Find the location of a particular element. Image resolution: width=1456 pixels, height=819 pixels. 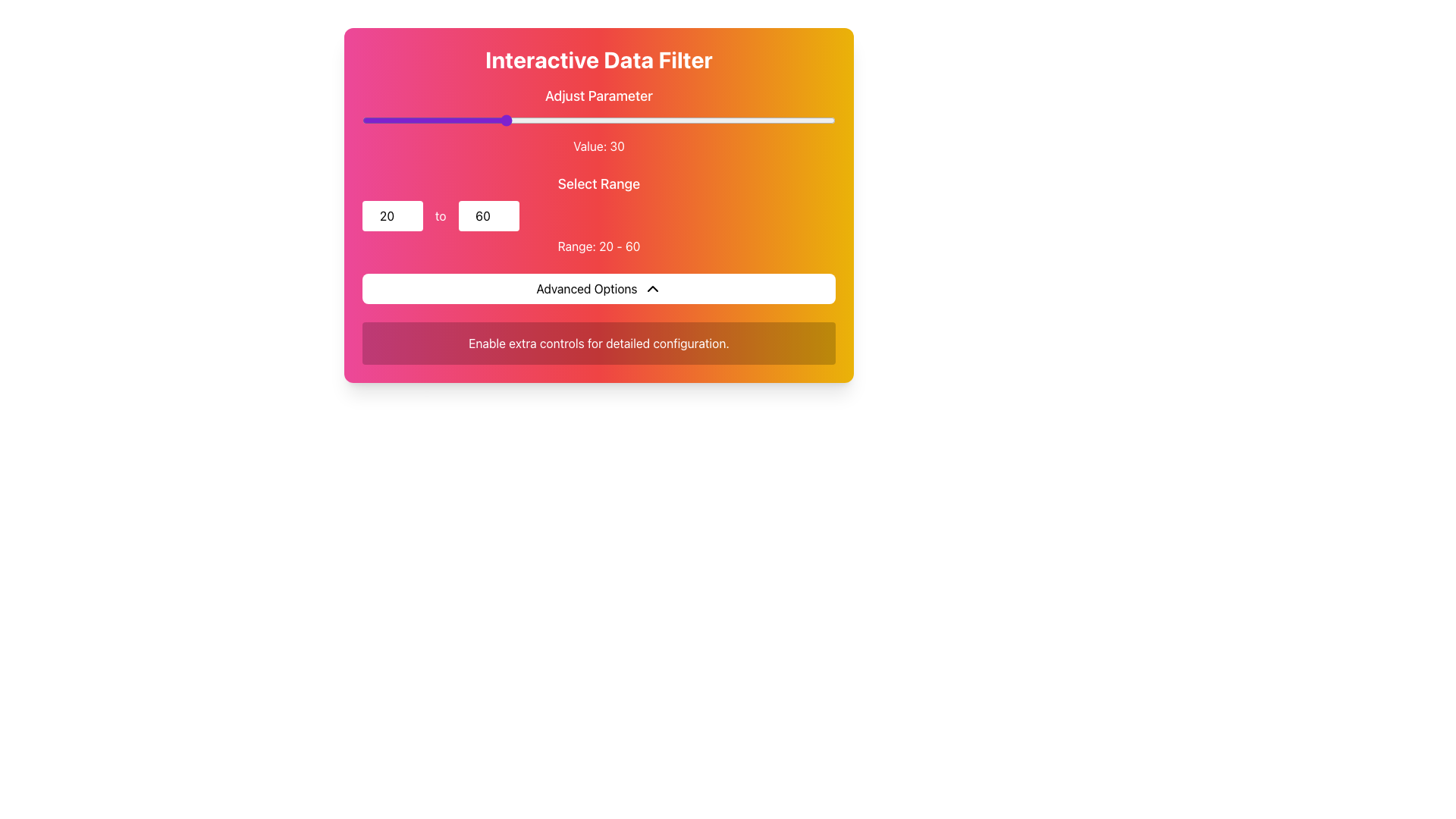

the Range slider located below 'Adjust Parameter' and above 'Value: 30', which allows the user to adjust a parameter from 0 to 100 is located at coordinates (598, 119).